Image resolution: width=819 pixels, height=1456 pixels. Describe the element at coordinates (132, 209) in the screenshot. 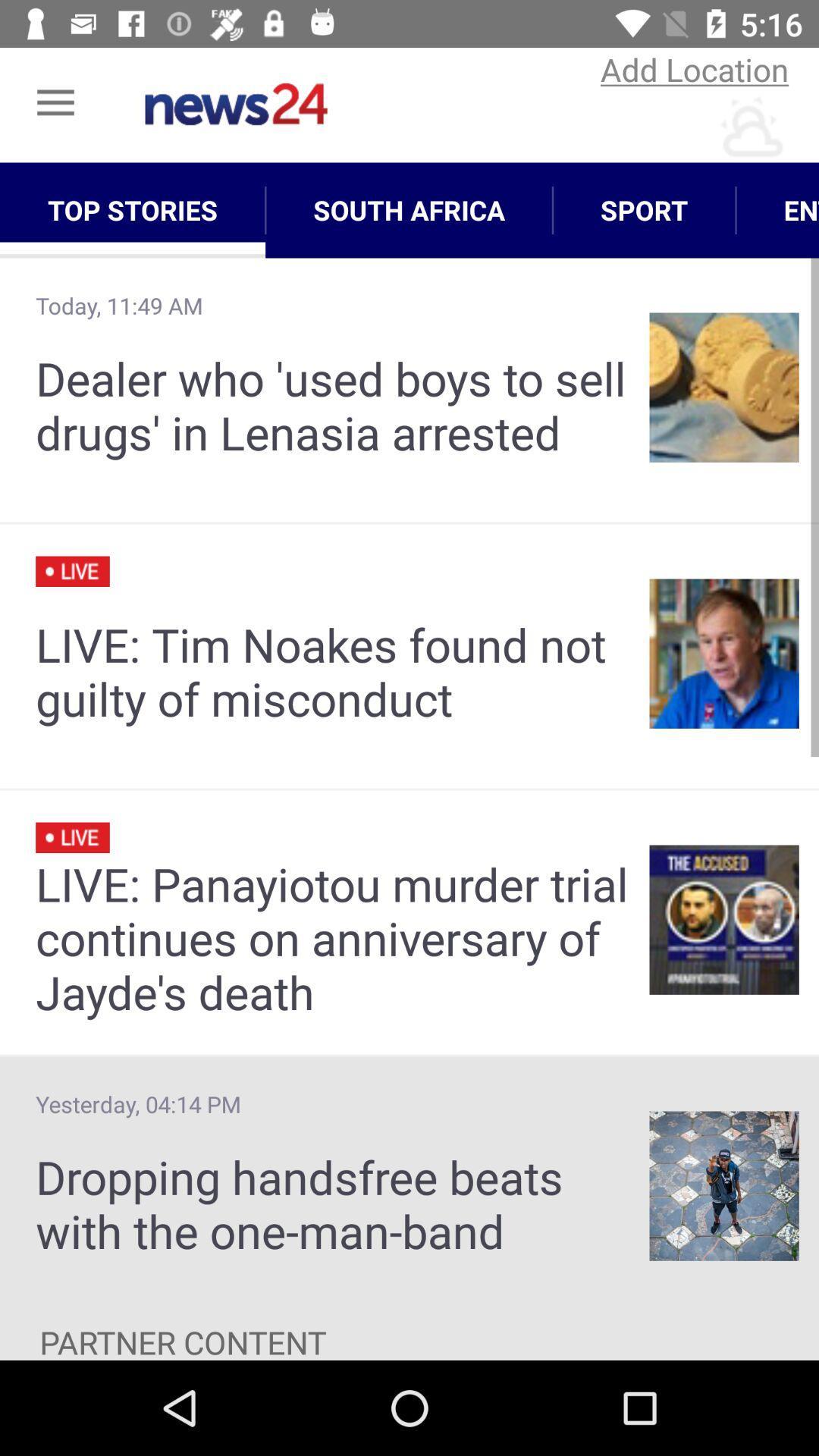

I see `top stories icon` at that location.